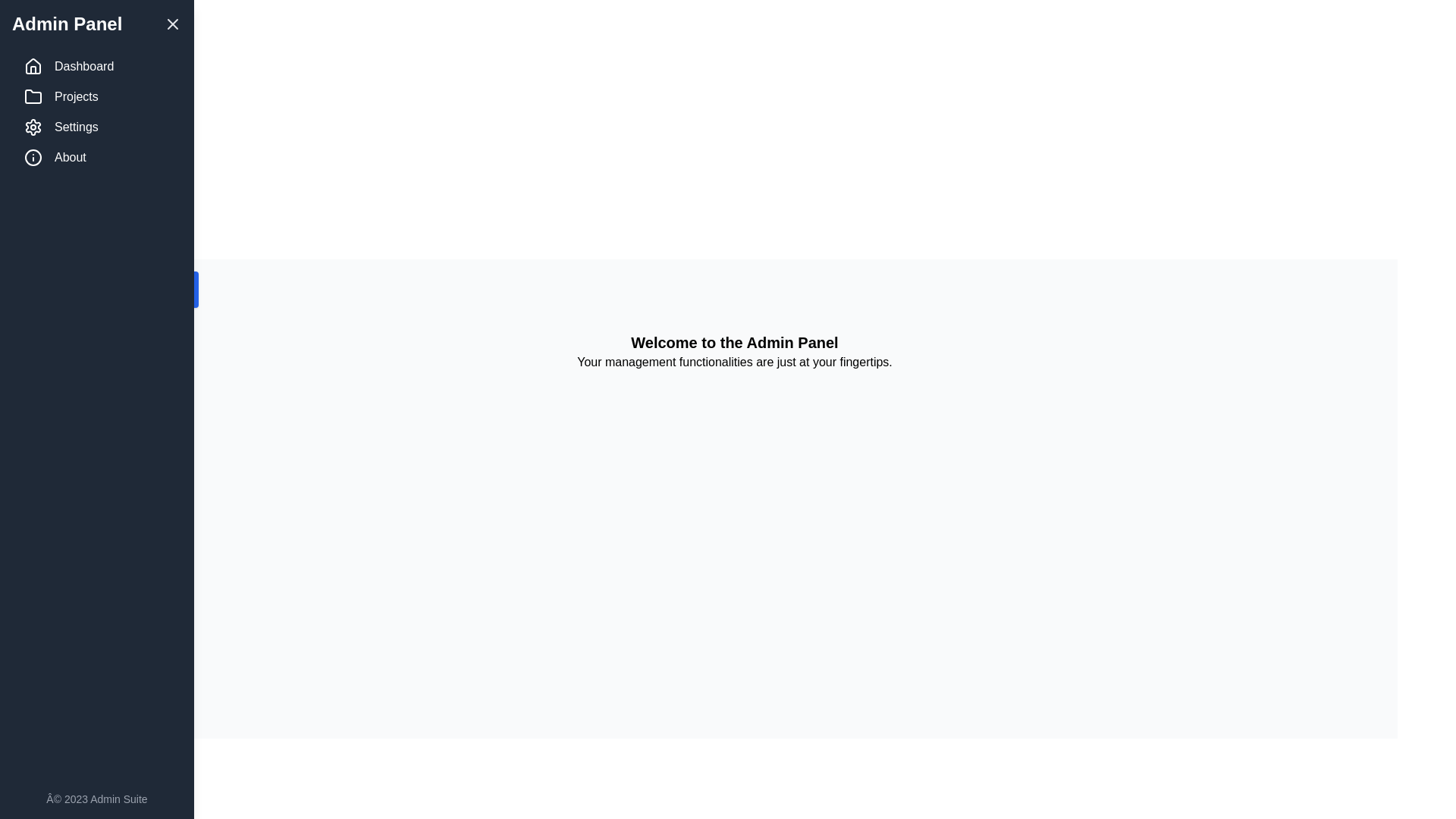 This screenshot has width=1456, height=819. What do you see at coordinates (96, 24) in the screenshot?
I see `the 'Admin Panel' header which includes a close button at the top of the side navigation panel` at bounding box center [96, 24].